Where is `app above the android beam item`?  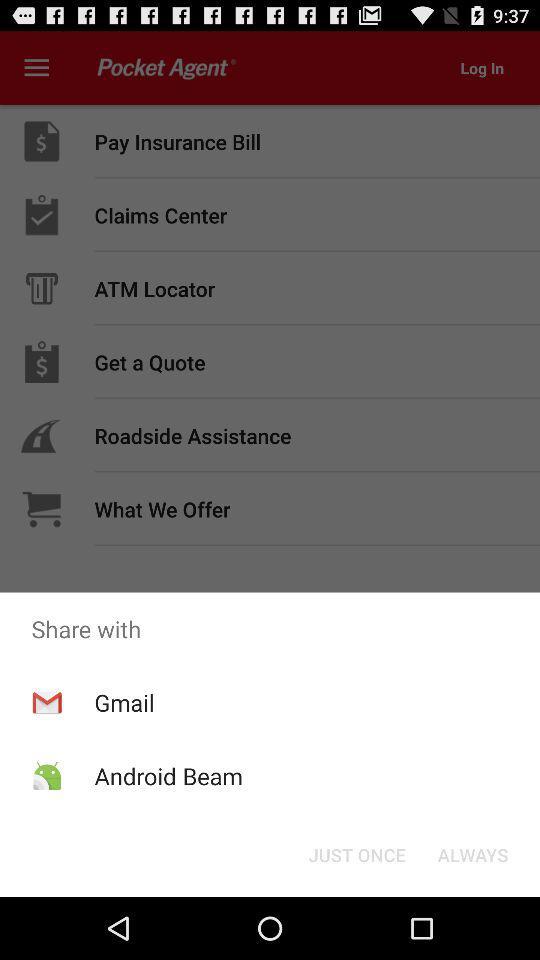
app above the android beam item is located at coordinates (124, 702).